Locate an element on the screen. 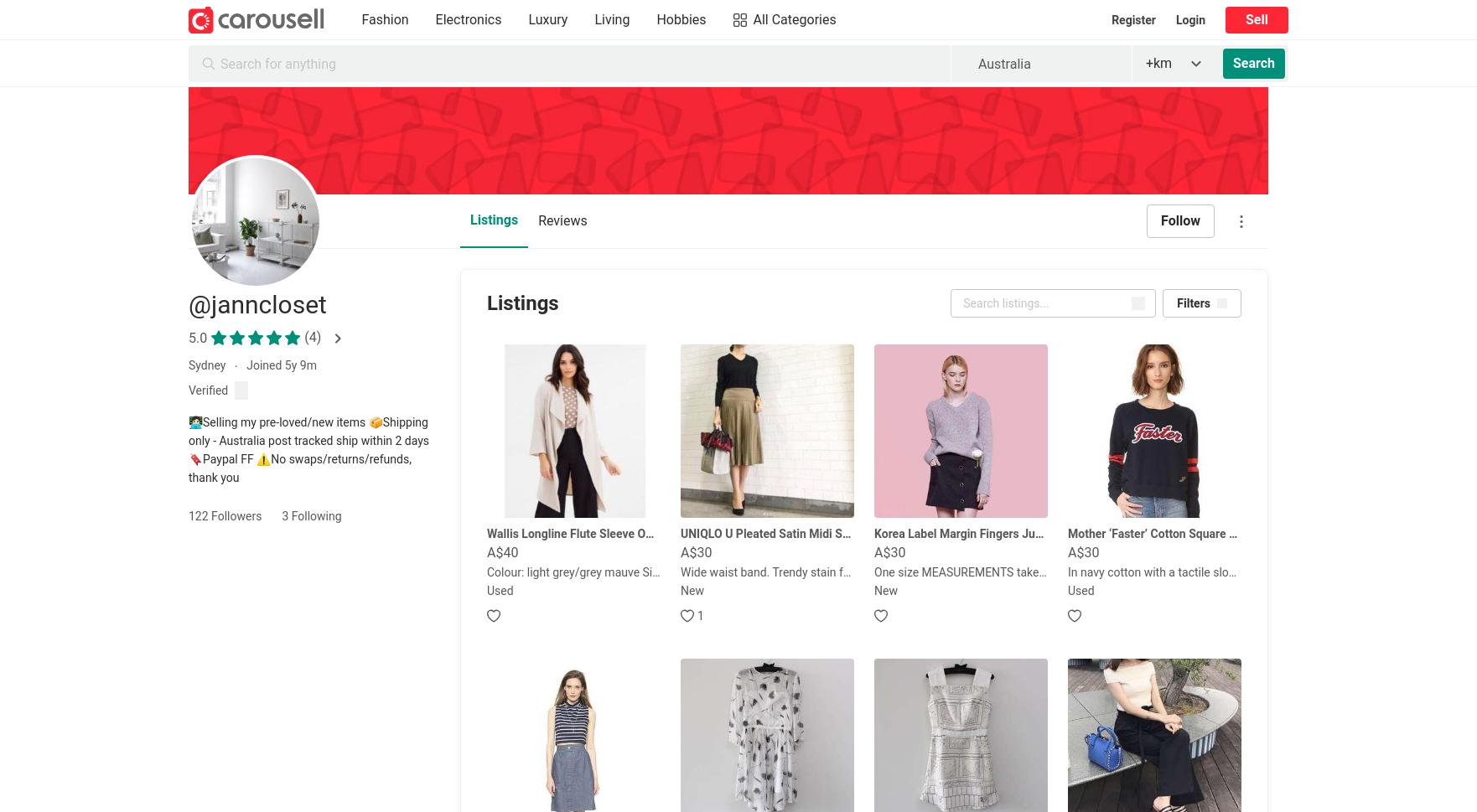  'Register' is located at coordinates (1132, 20).